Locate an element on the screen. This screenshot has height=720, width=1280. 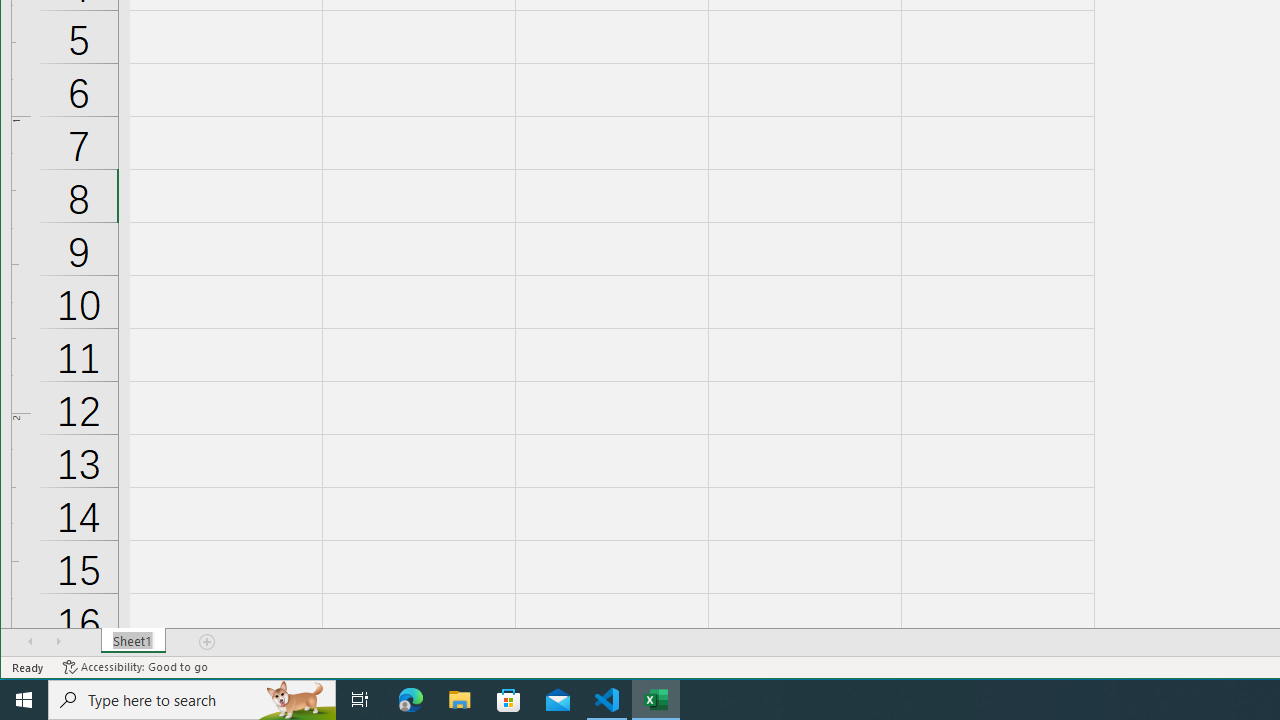
'Microsoft Store' is located at coordinates (509, 698).